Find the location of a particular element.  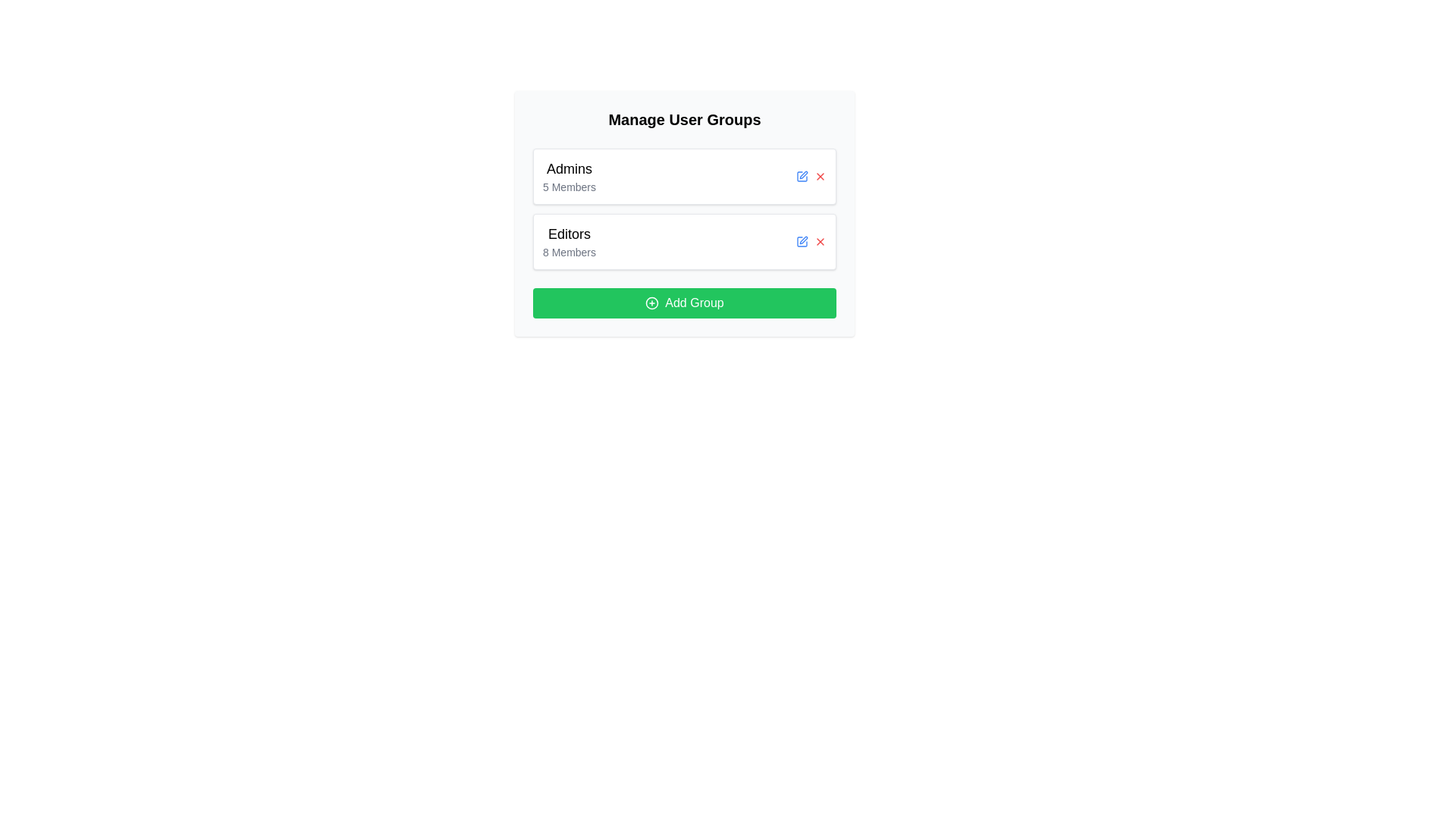

the 'Editors' user group label which indicates there are 8 members, positioned in the second row of user groups below 'Admins' and above the 'Add Group' button is located at coordinates (569, 241).